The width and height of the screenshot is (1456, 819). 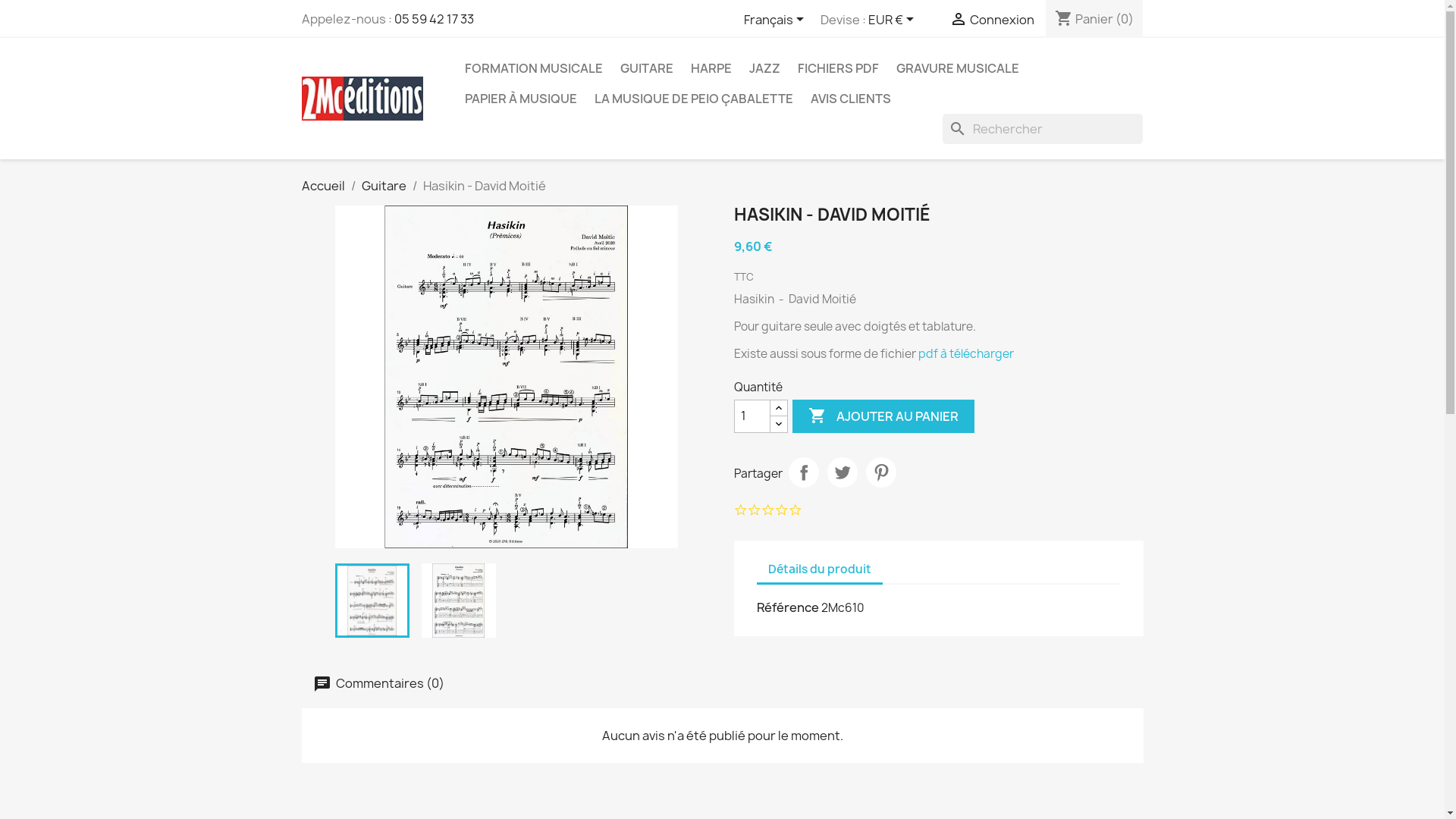 I want to click on 'FORMATION MUSICALE', so click(x=532, y=67).